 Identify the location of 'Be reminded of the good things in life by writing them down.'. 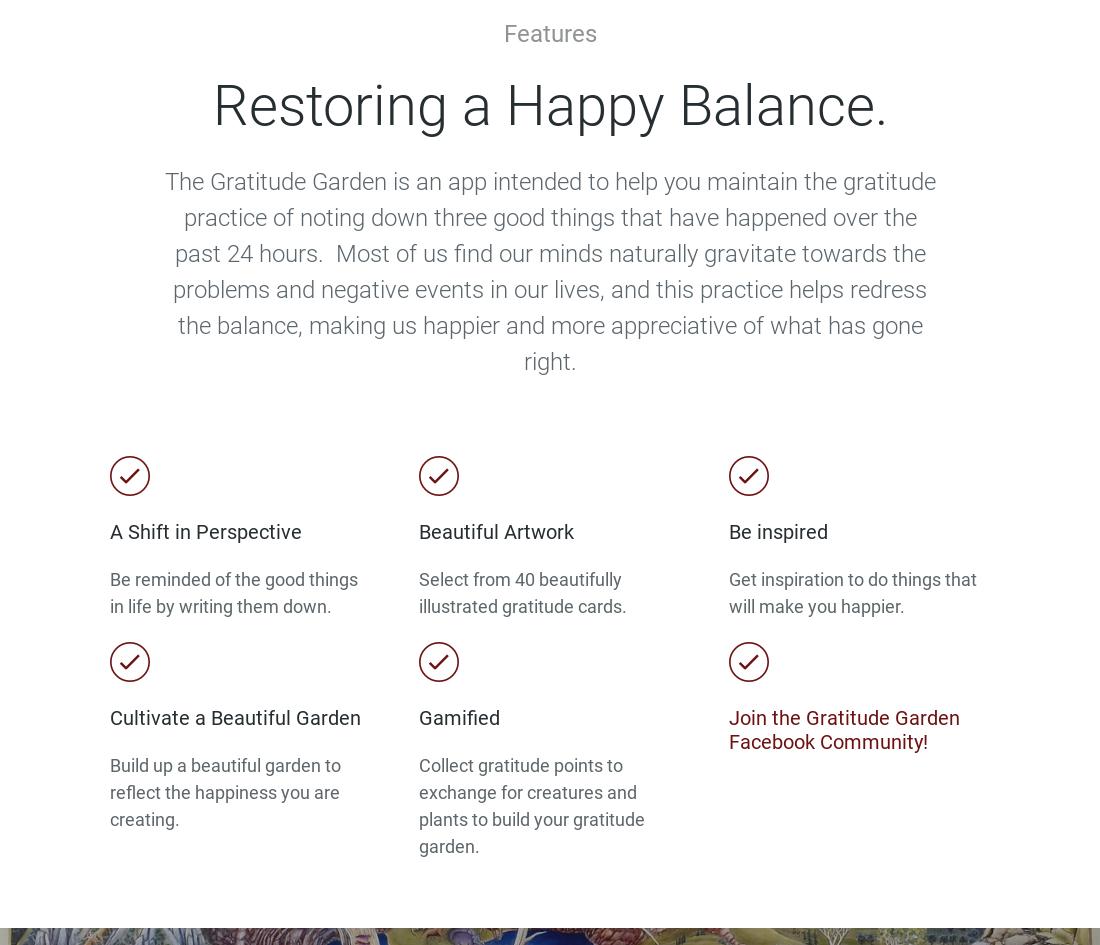
(233, 592).